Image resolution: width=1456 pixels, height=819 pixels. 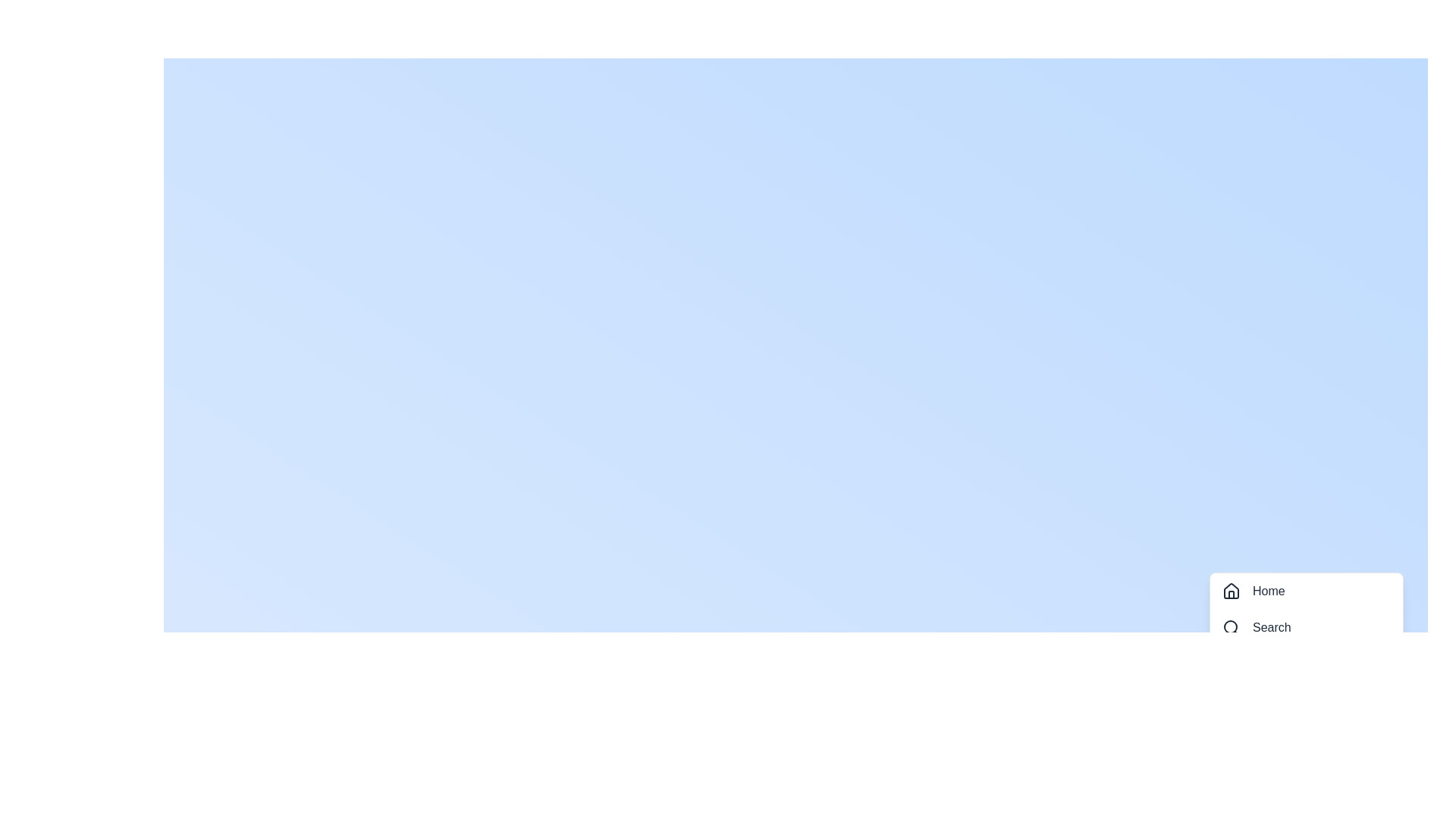 What do you see at coordinates (1306, 628) in the screenshot?
I see `the 'Search' menu item, which is the second item in the vertical menu below 'Home', to trigger the hover effect` at bounding box center [1306, 628].